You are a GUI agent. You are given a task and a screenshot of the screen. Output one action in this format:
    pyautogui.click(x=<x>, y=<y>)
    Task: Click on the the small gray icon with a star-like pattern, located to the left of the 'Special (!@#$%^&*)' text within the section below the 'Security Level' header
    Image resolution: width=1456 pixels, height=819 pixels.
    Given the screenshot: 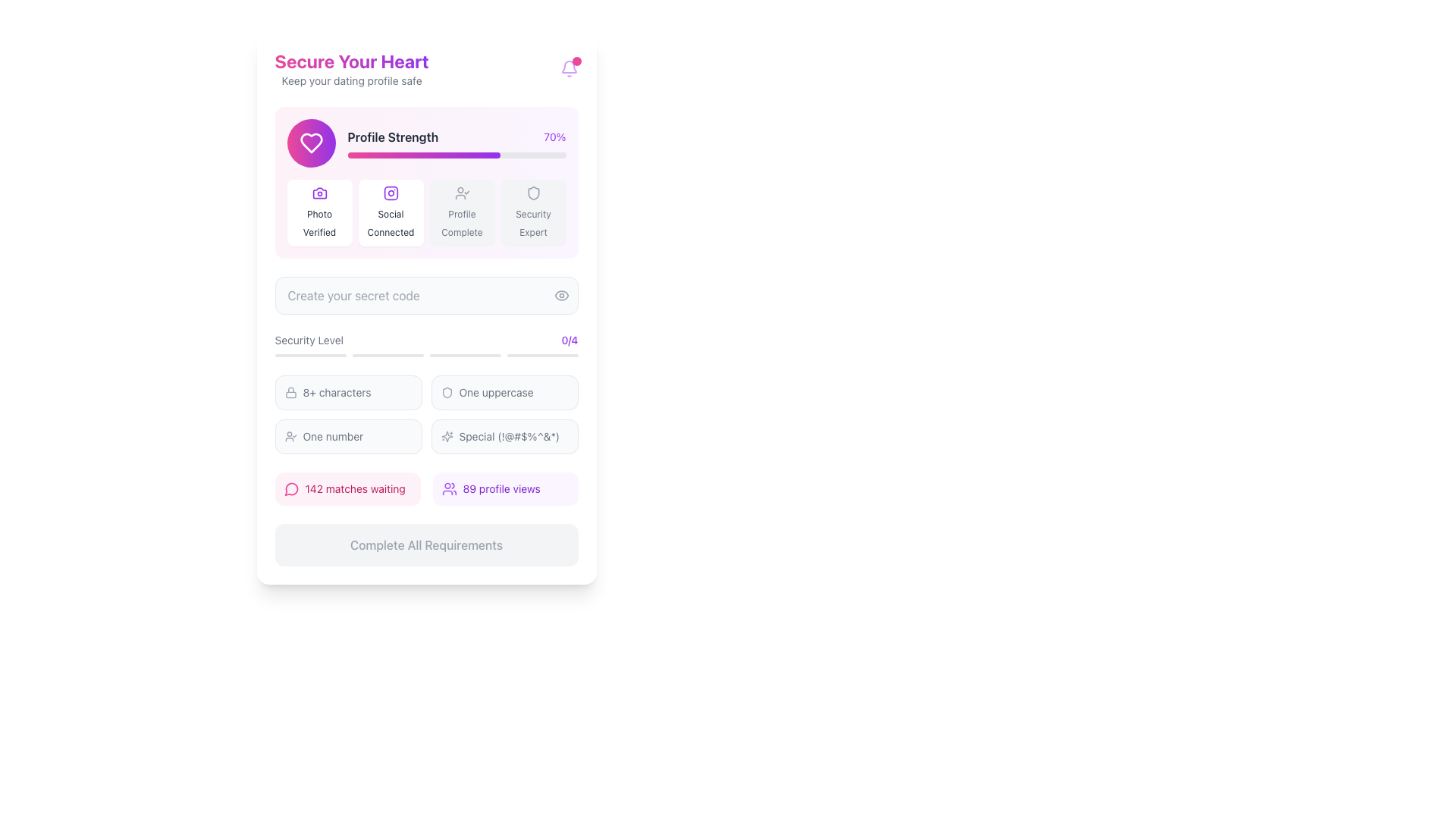 What is the action you would take?
    pyautogui.click(x=446, y=436)
    